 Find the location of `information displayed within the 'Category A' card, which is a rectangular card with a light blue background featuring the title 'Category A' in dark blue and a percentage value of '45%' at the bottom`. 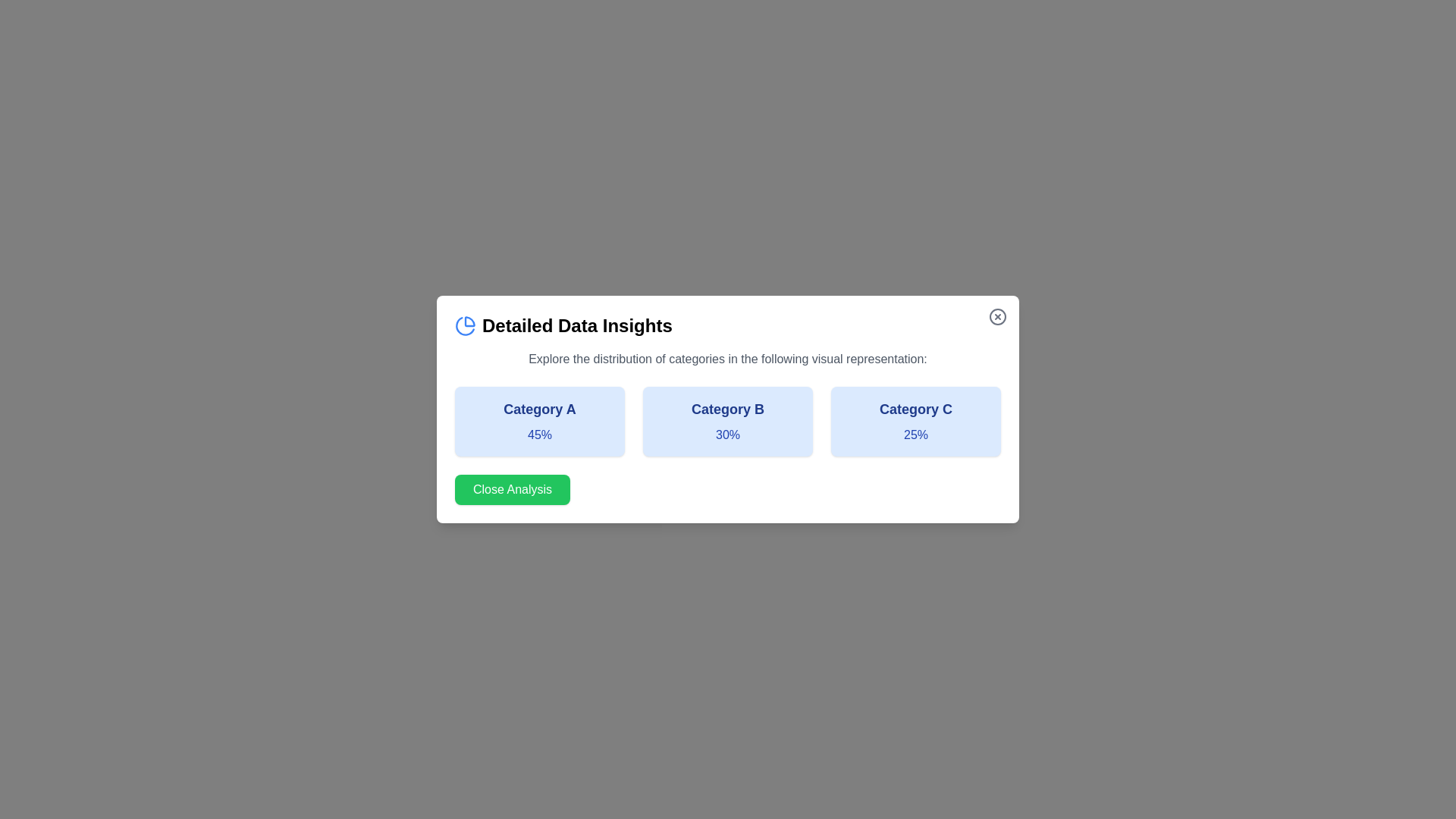

information displayed within the 'Category A' card, which is a rectangular card with a light blue background featuring the title 'Category A' in dark blue and a percentage value of '45%' at the bottom is located at coordinates (539, 421).